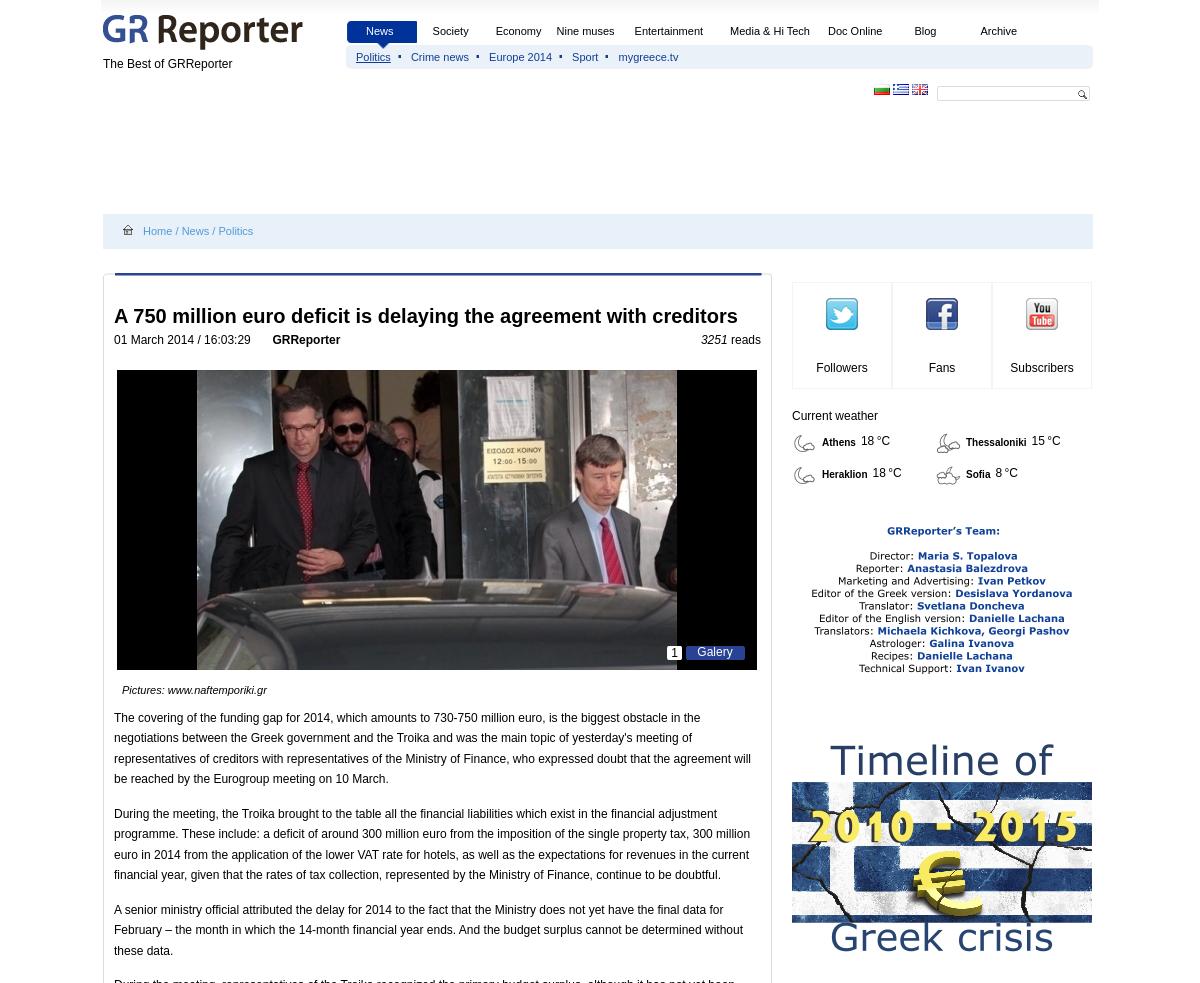 This screenshot has width=1200, height=983. I want to click on 'A senior ministry official attributed the delay for 2014 to the fact that the Ministry does not yet have the final data for February – the month in which the 14-month financial year ends. And the budget surplus cannot be determined without these data.', so click(428, 929).